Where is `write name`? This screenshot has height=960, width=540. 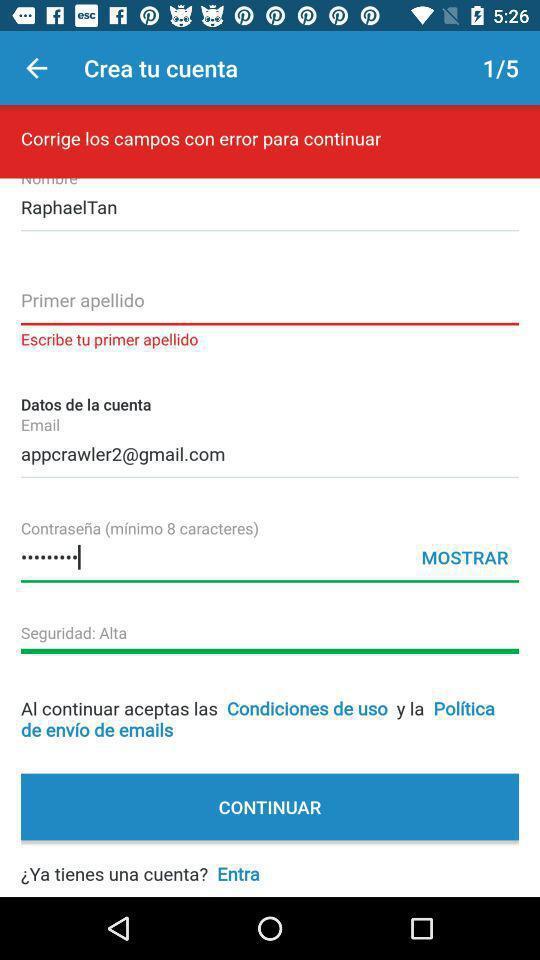 write name is located at coordinates (270, 306).